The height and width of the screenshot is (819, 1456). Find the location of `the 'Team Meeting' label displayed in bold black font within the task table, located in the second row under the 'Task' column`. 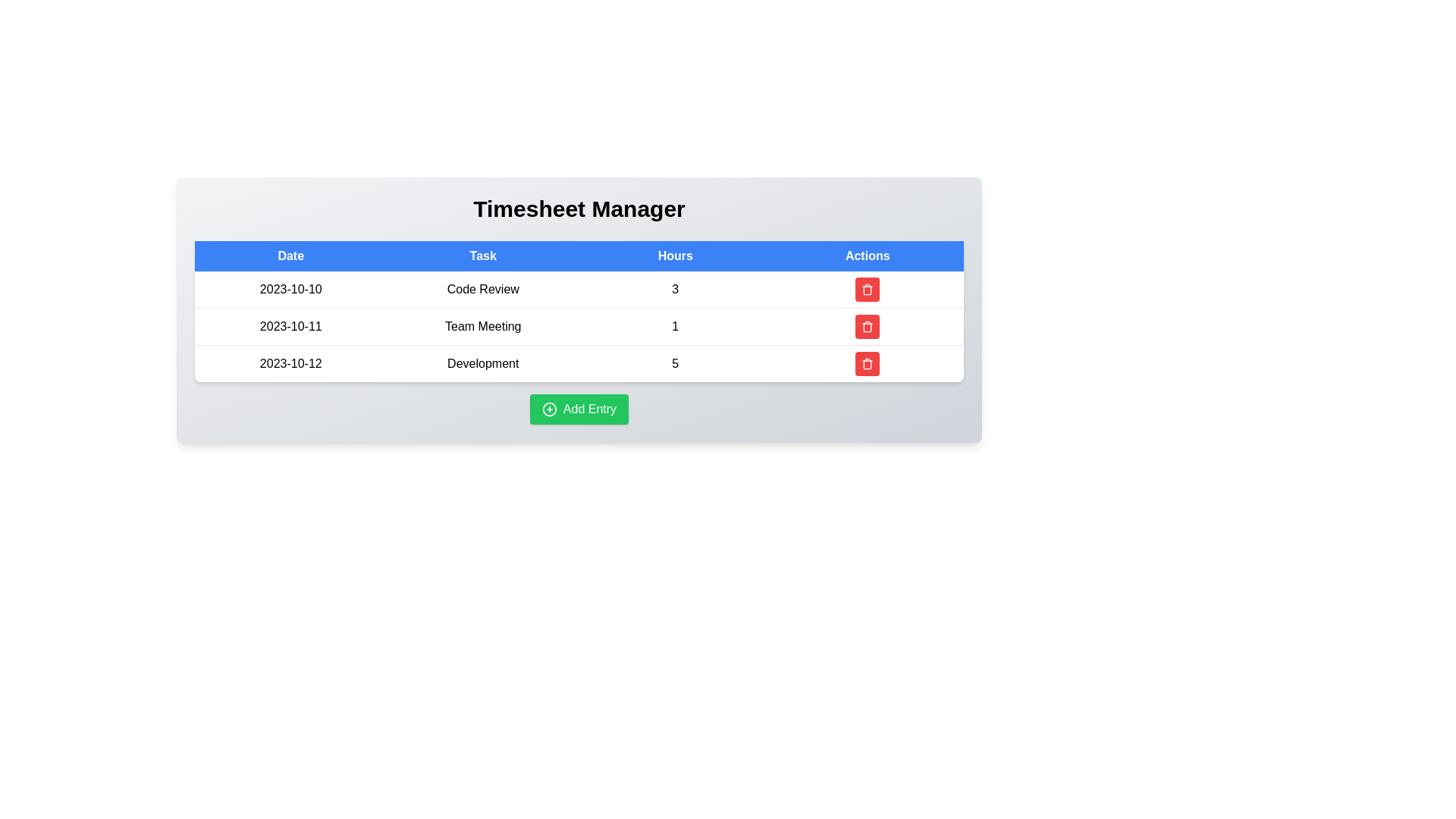

the 'Team Meeting' label displayed in bold black font within the task table, located in the second row under the 'Task' column is located at coordinates (482, 326).